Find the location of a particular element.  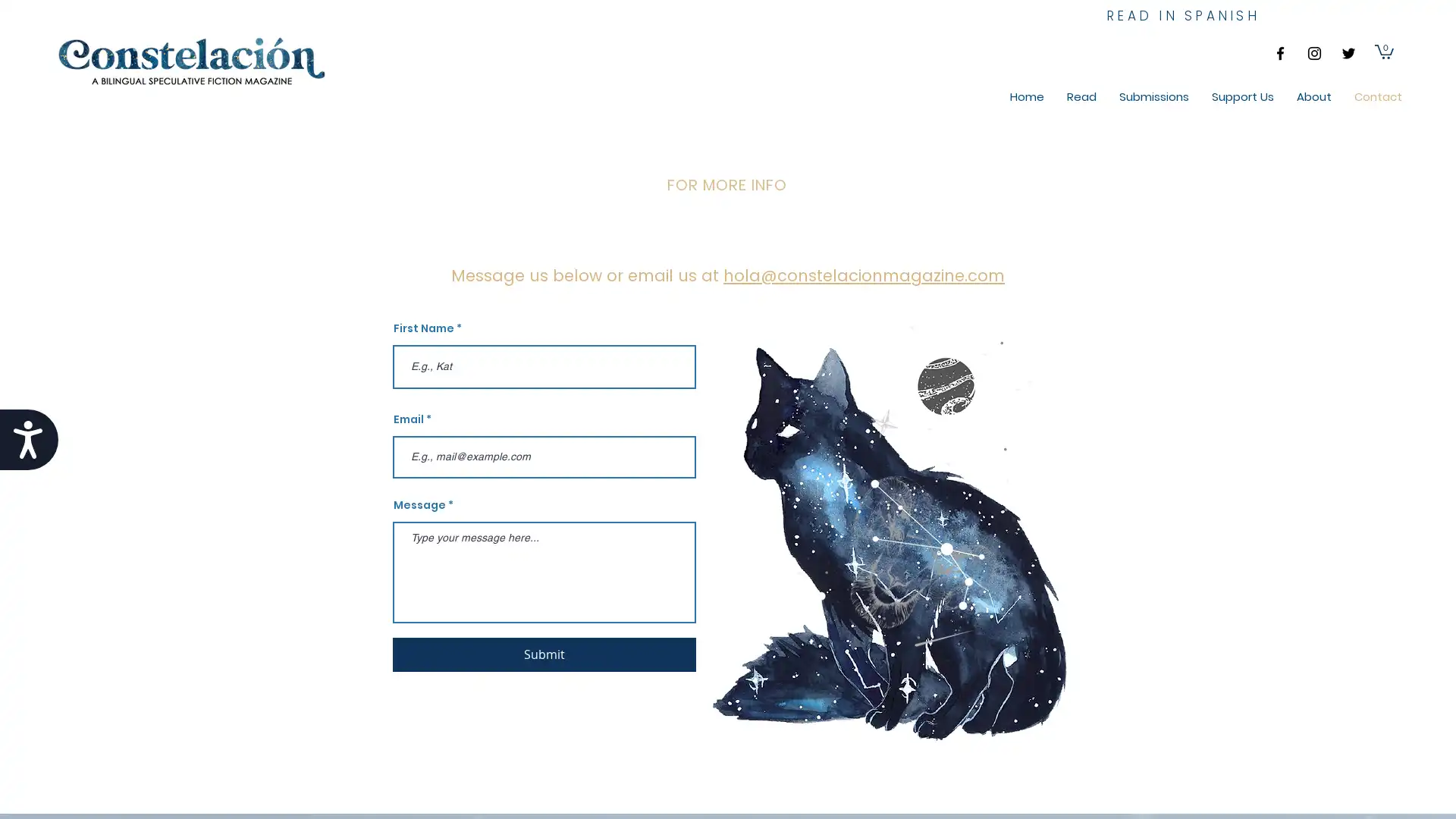

Cookie Settings is located at coordinates (1291, 792).